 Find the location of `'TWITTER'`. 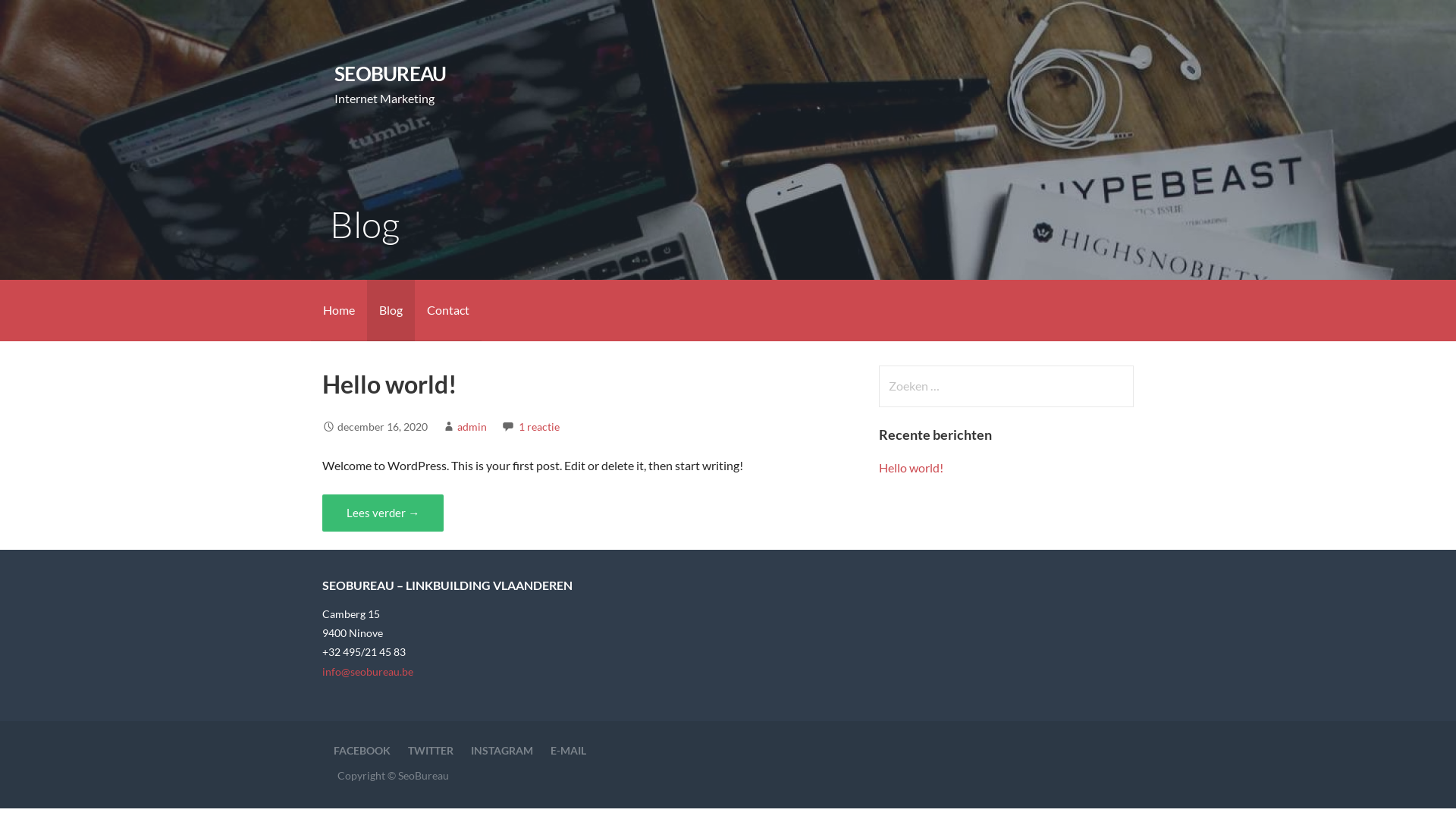

'TWITTER' is located at coordinates (429, 749).